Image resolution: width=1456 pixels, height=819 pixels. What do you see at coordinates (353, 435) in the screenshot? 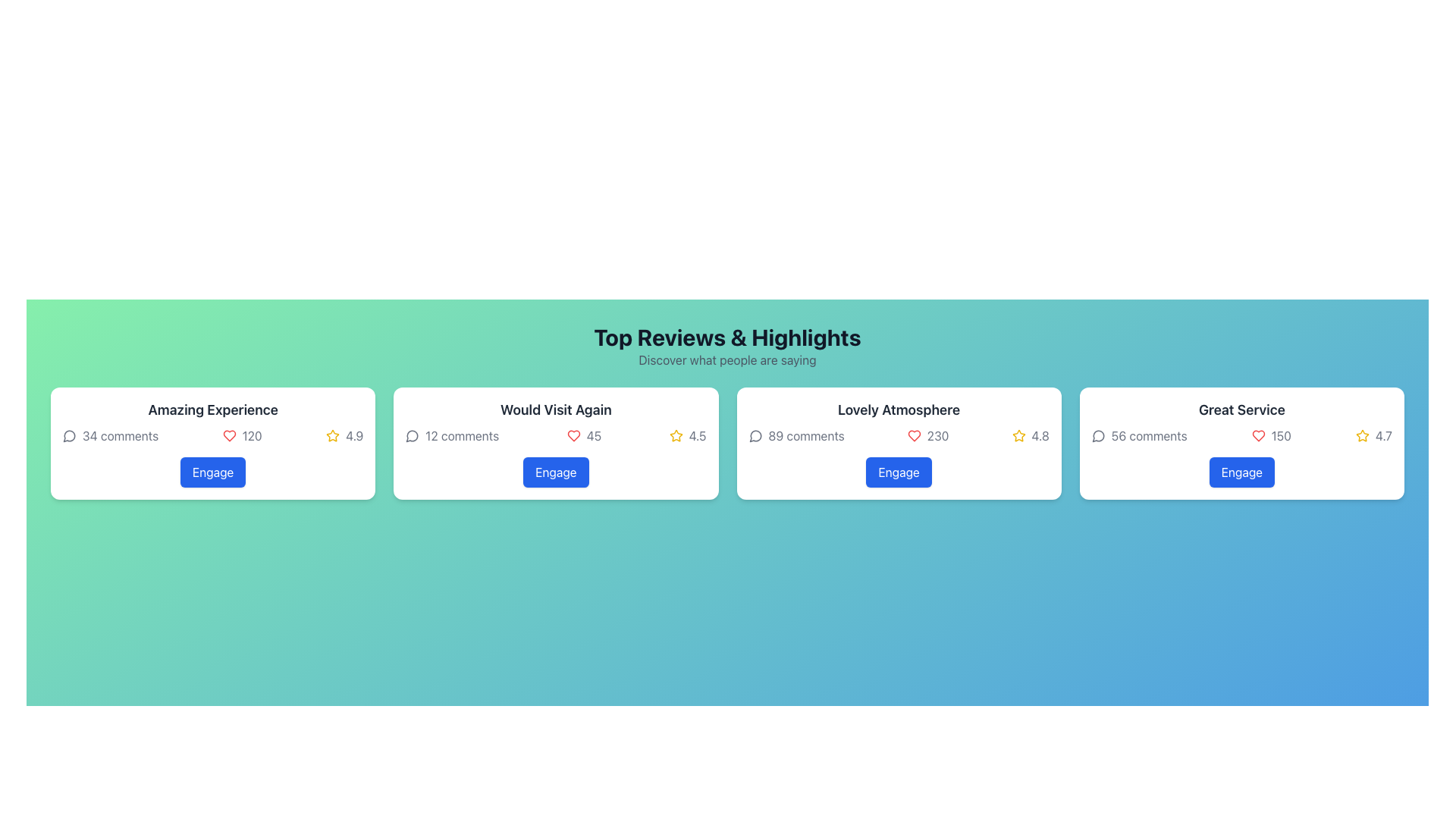
I see `the numeric text '4.9' styled in gray font, which is located to the right of a yellow star icon in the bottom-right section of the review card labeled 'Amazing Experience'` at bounding box center [353, 435].